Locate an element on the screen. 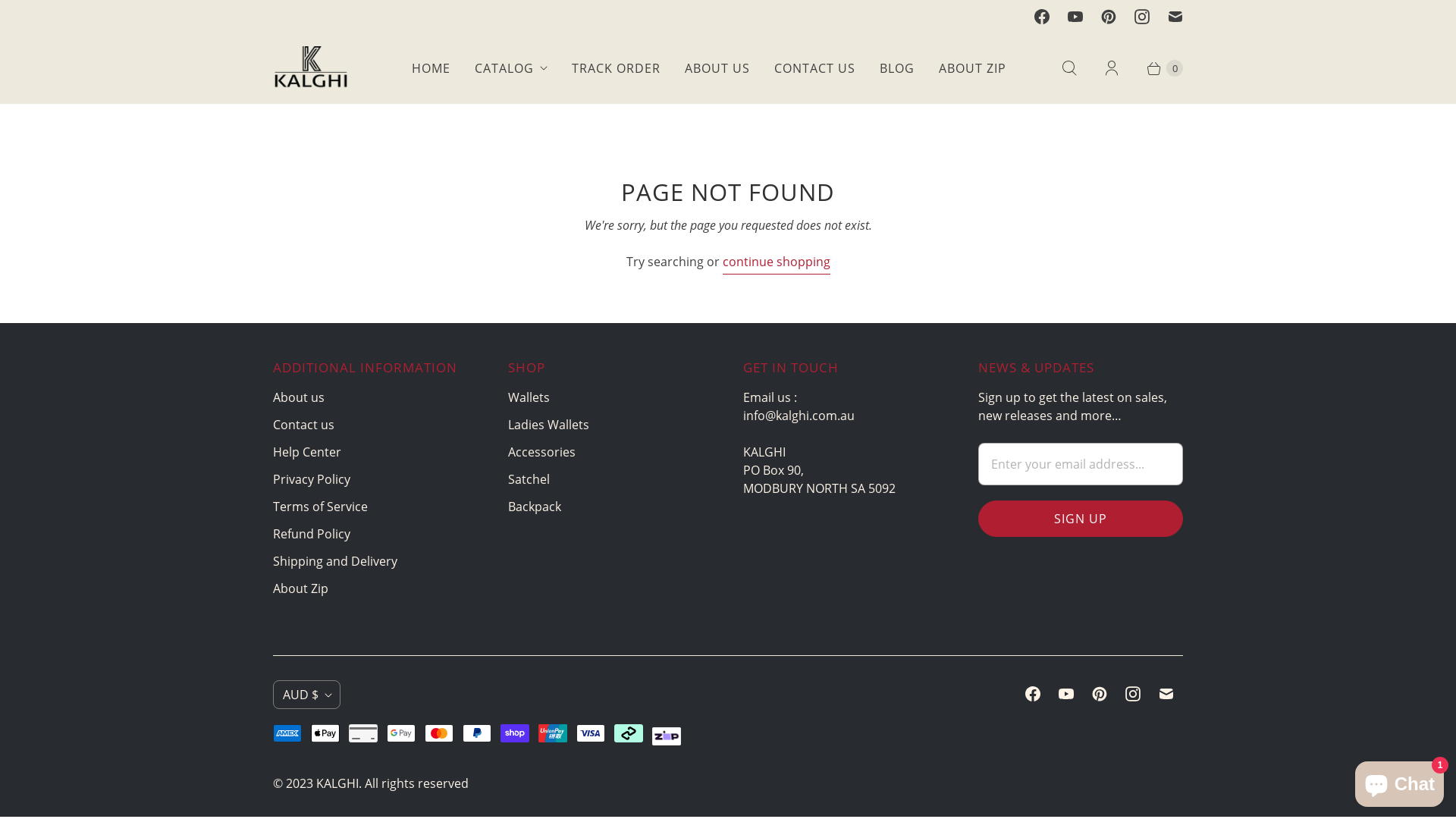 The height and width of the screenshot is (819, 1456). 'Help Center' is located at coordinates (273, 451).